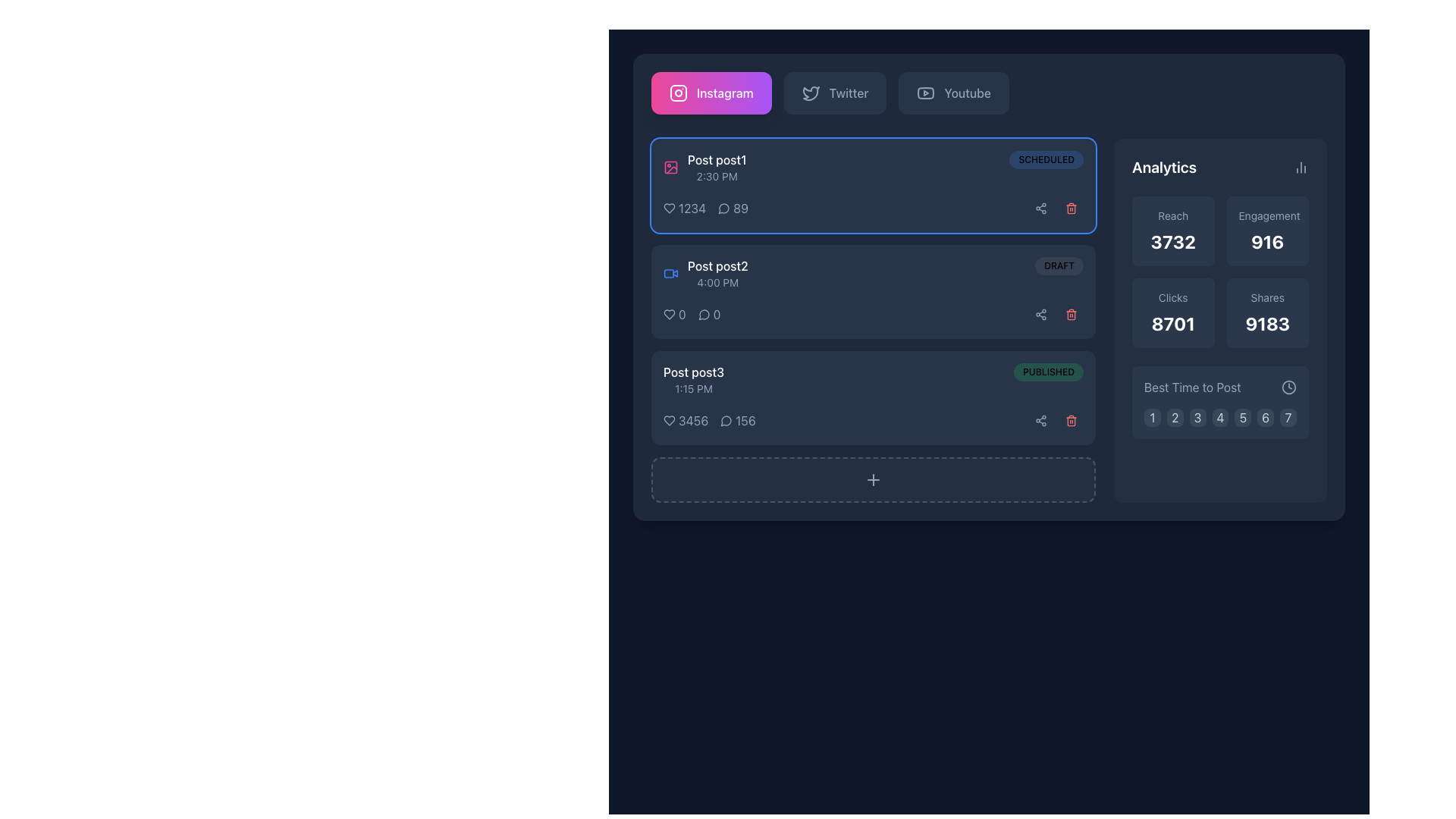  Describe the element at coordinates (1047, 372) in the screenshot. I see `the status indicator label located in the third row of the list of posts, positioned to the far-right beside the timestamp and other post details` at that location.